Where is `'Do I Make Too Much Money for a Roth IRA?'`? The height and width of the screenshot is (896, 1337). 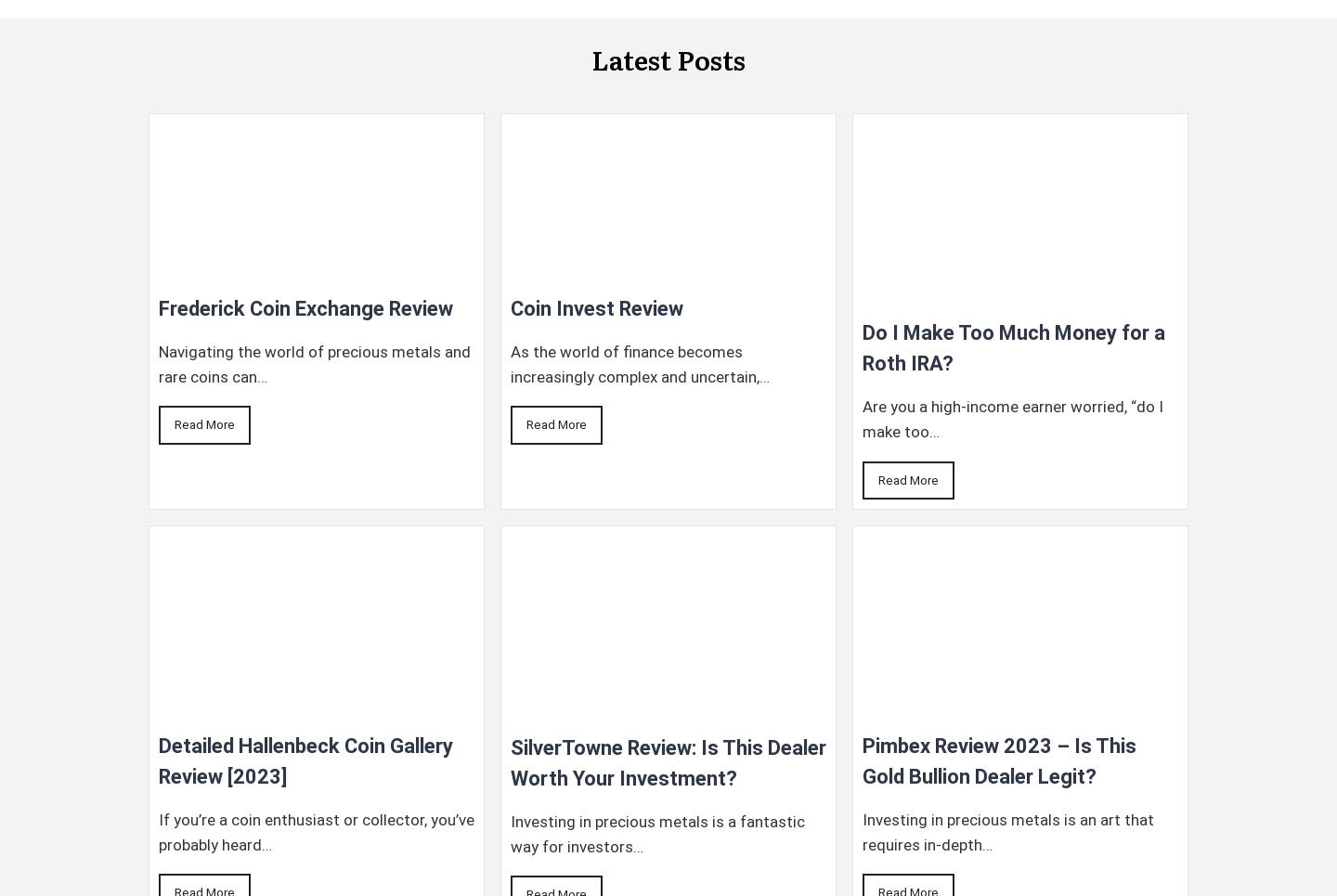
'Do I Make Too Much Money for a Roth IRA?' is located at coordinates (1011, 346).